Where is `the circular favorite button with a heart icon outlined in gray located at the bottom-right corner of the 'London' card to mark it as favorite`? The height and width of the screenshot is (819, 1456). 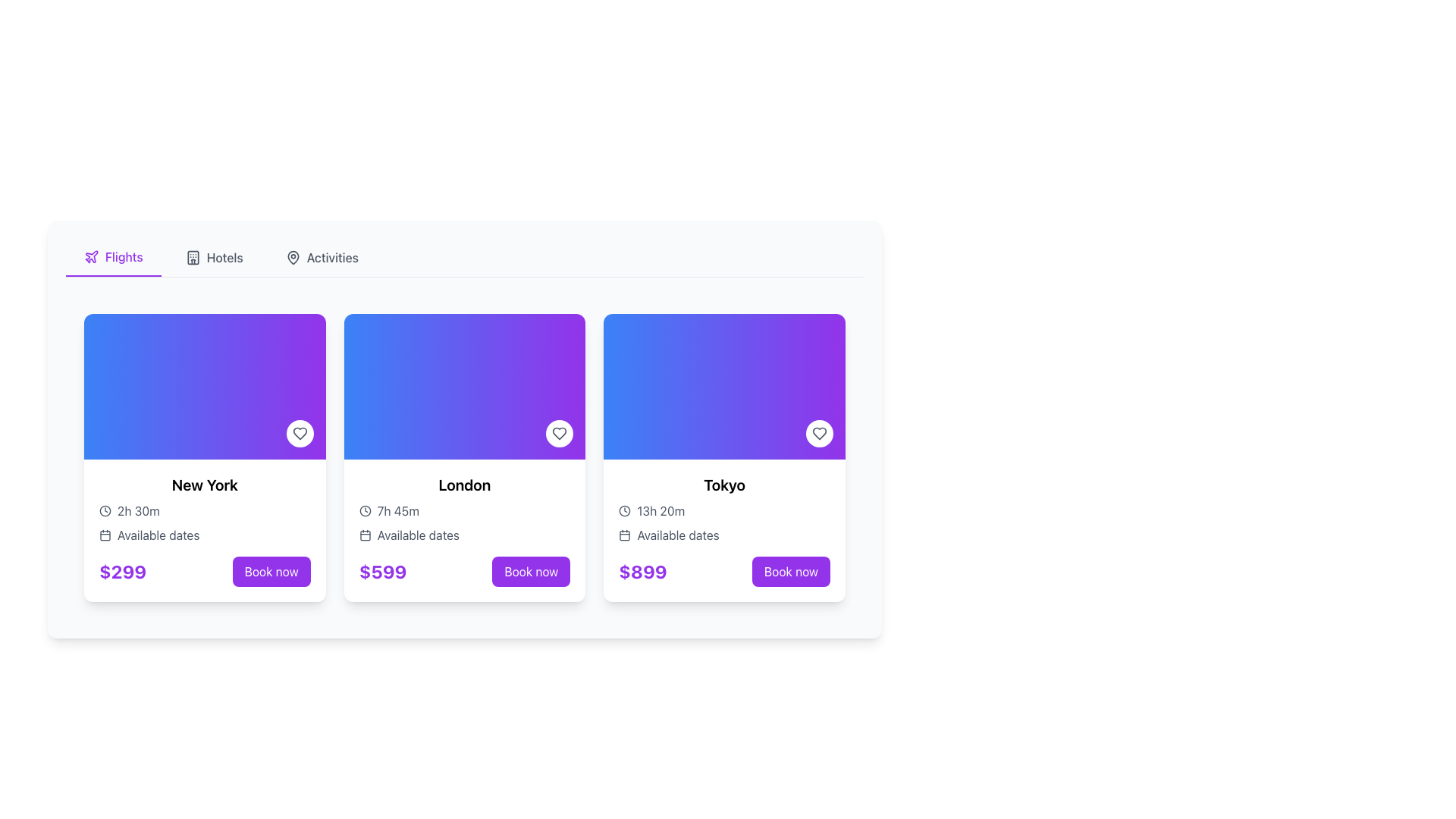 the circular favorite button with a heart icon outlined in gray located at the bottom-right corner of the 'London' card to mark it as favorite is located at coordinates (559, 433).